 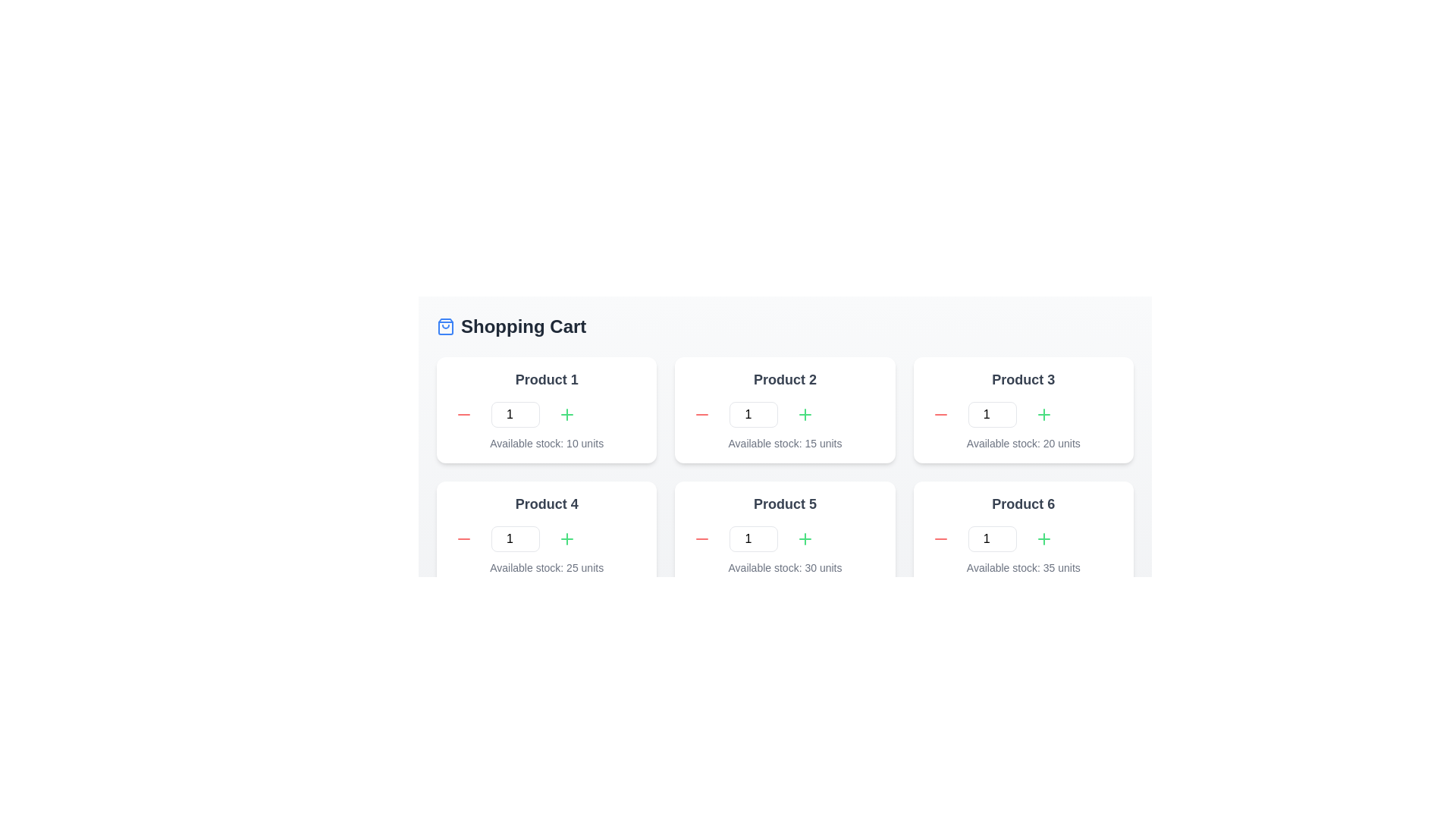 What do you see at coordinates (546, 567) in the screenshot?
I see `the Text label that provides stock information for Product 4, positioned beneath the numeric input and plus/minus buttons` at bounding box center [546, 567].